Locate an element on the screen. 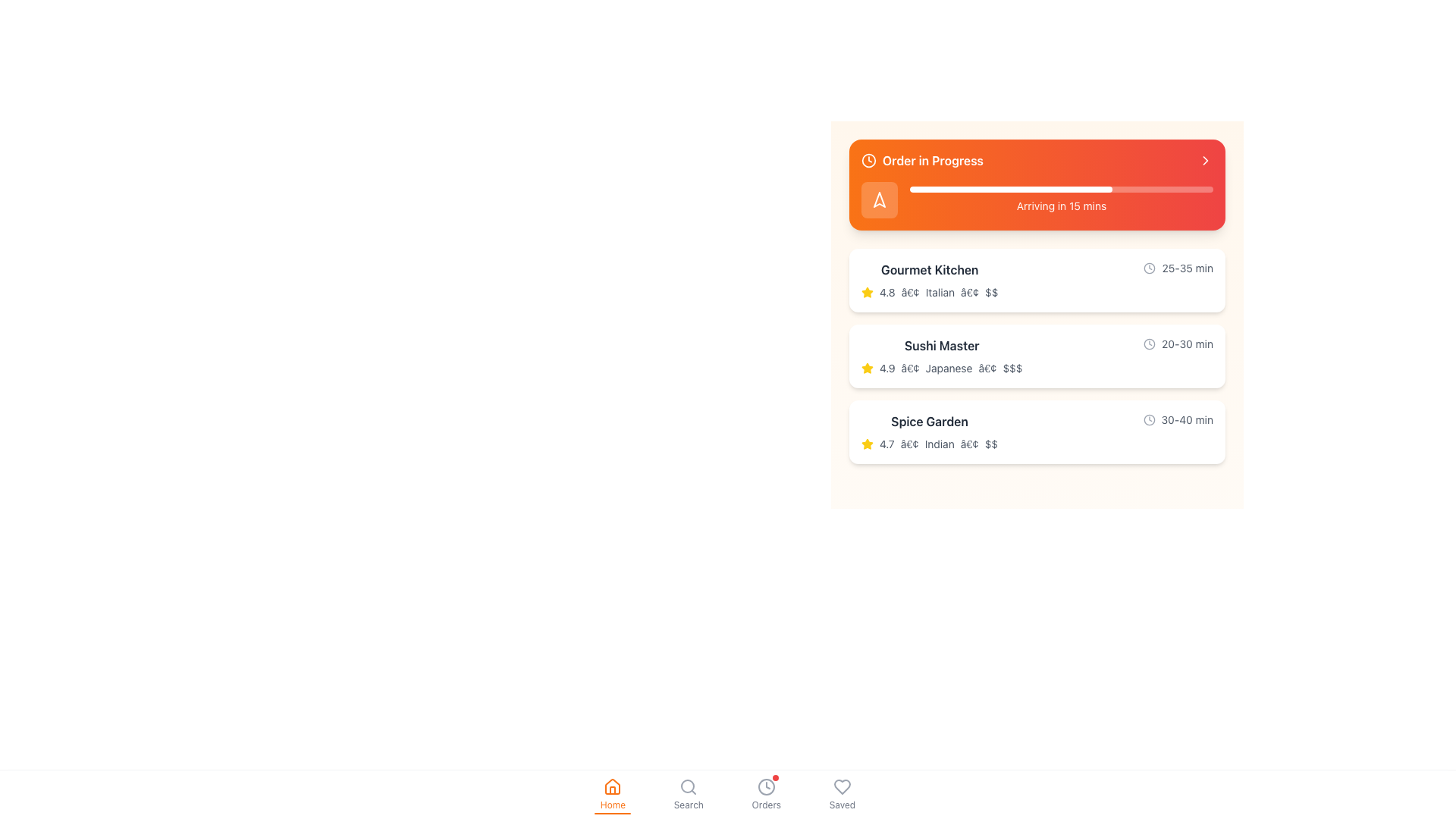  the static text displaying '30-40 min' in gray font, which is positioned to the right of a clock icon in the Spice Garden section is located at coordinates (1186, 420).